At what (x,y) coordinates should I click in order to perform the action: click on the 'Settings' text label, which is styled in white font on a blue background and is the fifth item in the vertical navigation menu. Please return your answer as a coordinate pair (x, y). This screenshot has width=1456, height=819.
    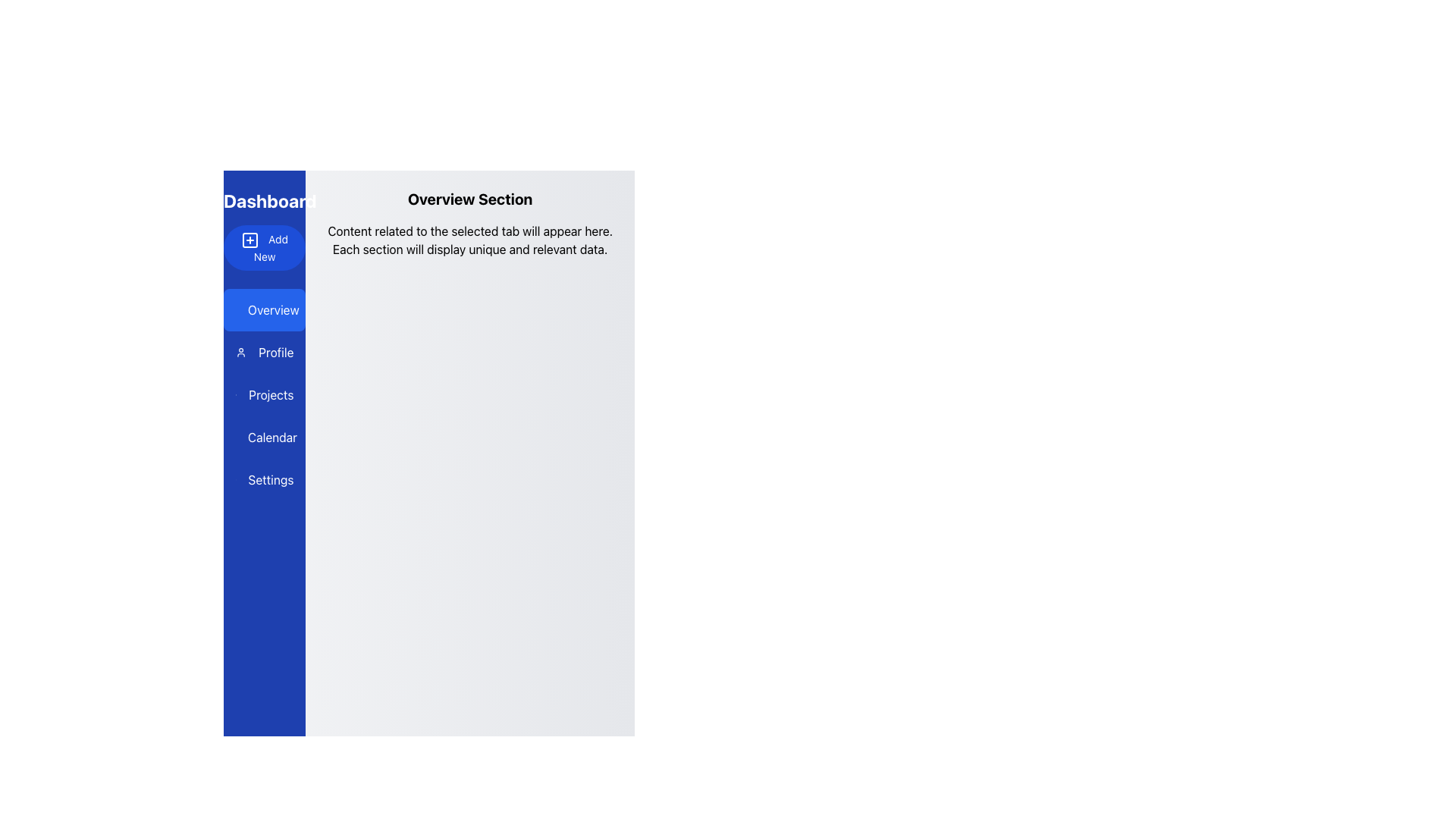
    Looking at the image, I should click on (265, 479).